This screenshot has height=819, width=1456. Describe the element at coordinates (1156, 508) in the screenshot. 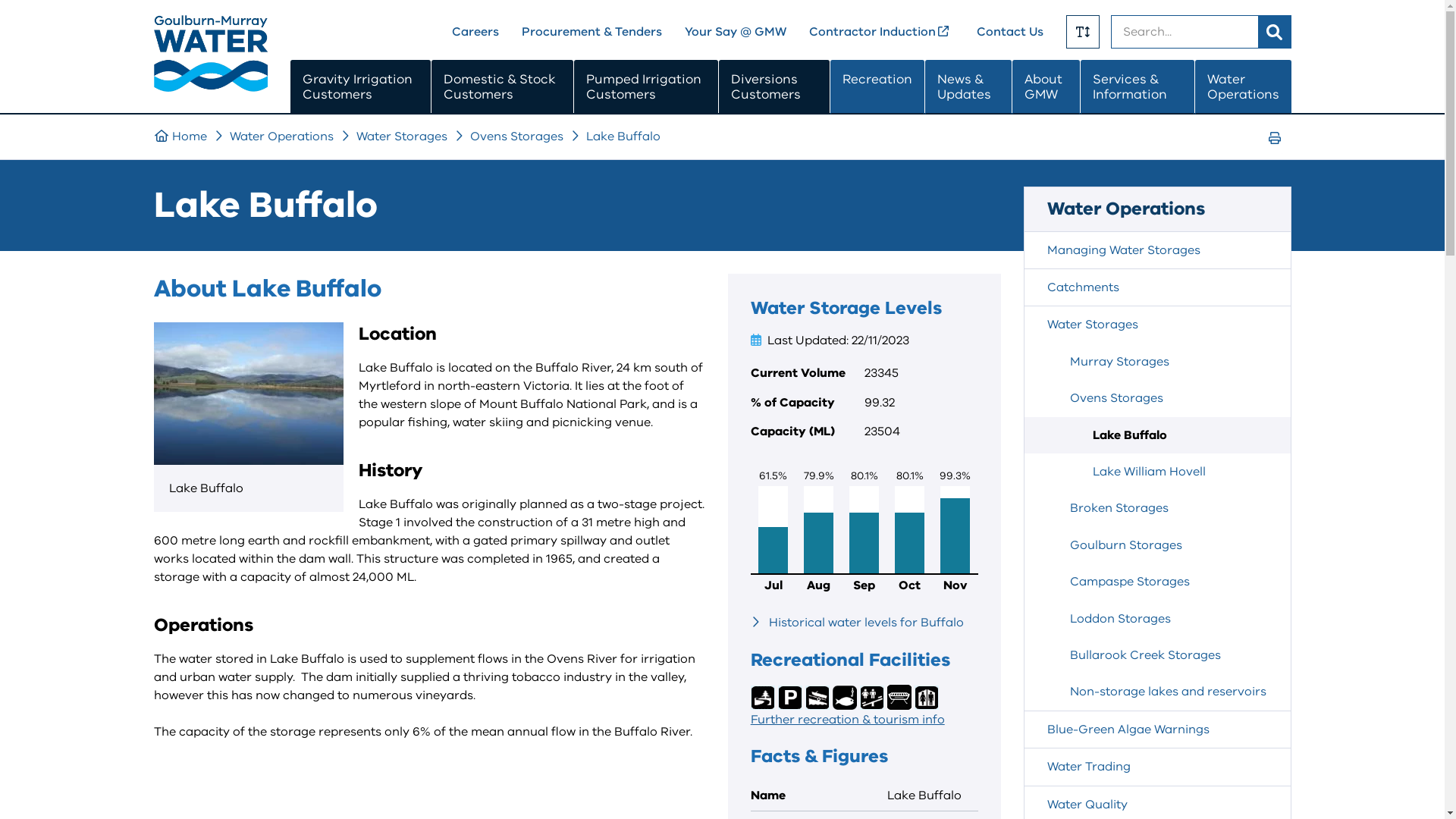

I see `'Broken Storages'` at that location.